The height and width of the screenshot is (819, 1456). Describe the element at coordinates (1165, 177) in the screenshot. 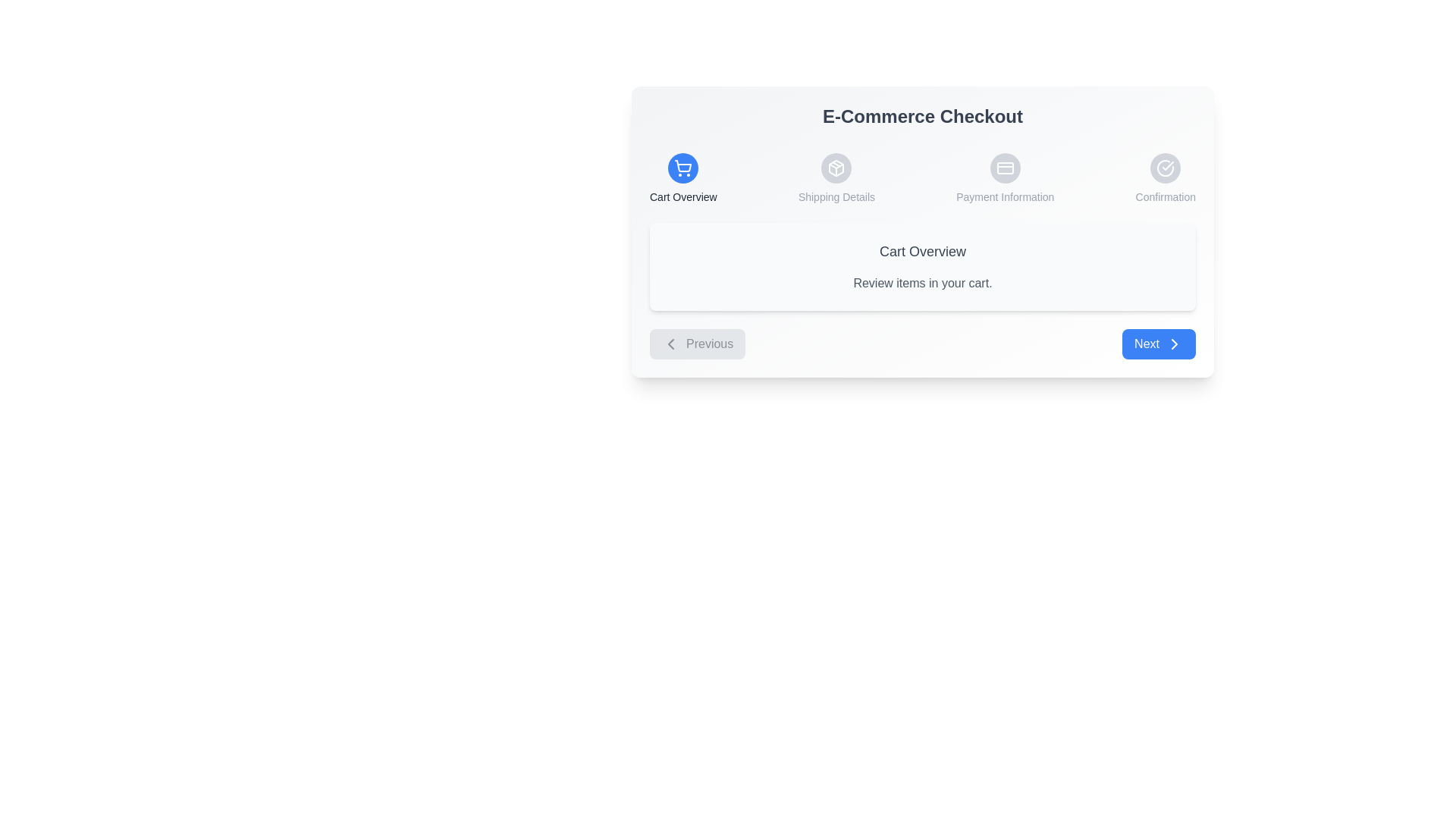

I see `the circular step indicator icon labeled 'Confirmation' in the horizontal progress tracker` at that location.